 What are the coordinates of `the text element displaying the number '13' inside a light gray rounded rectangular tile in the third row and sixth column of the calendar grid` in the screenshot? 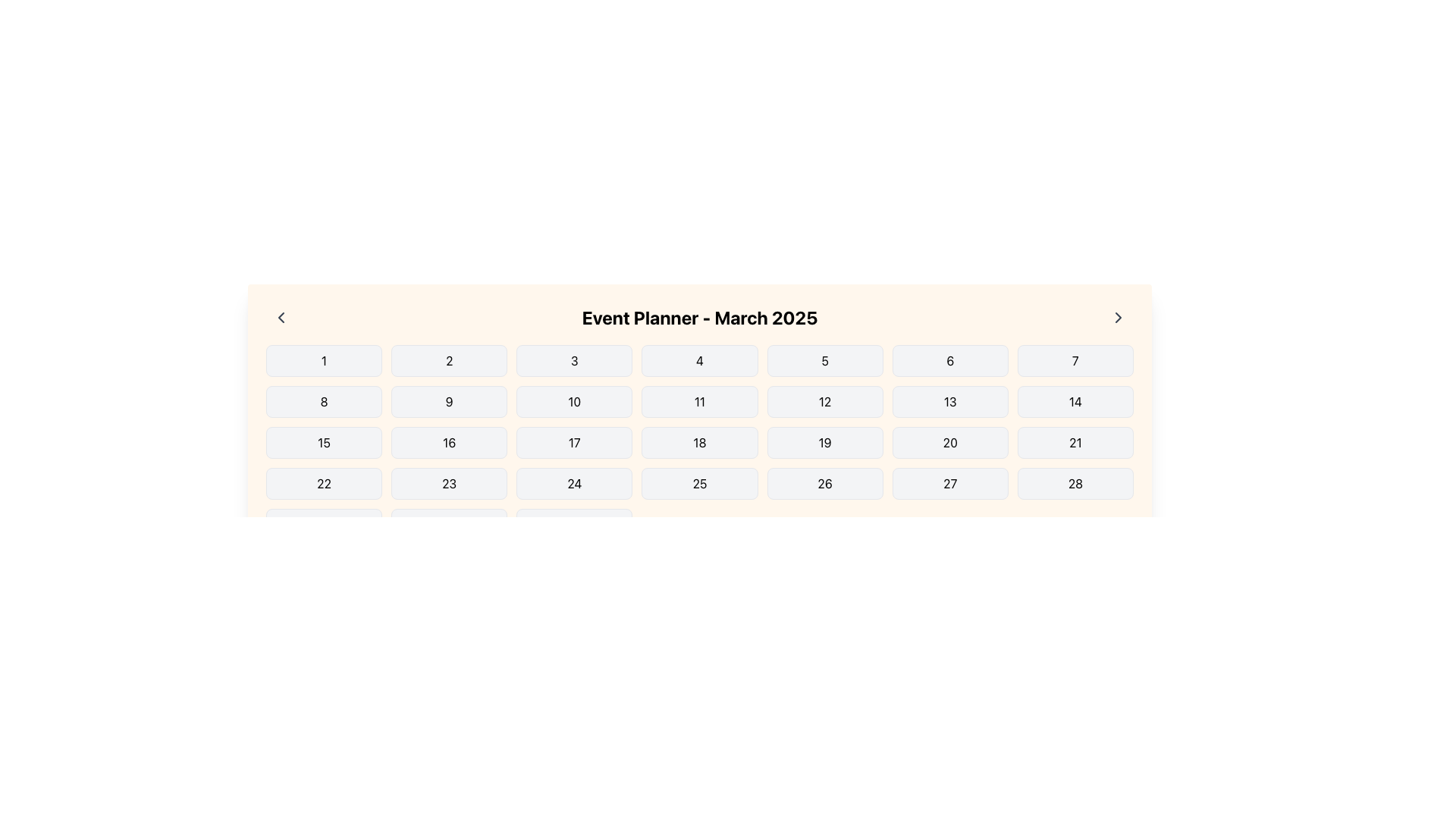 It's located at (949, 400).